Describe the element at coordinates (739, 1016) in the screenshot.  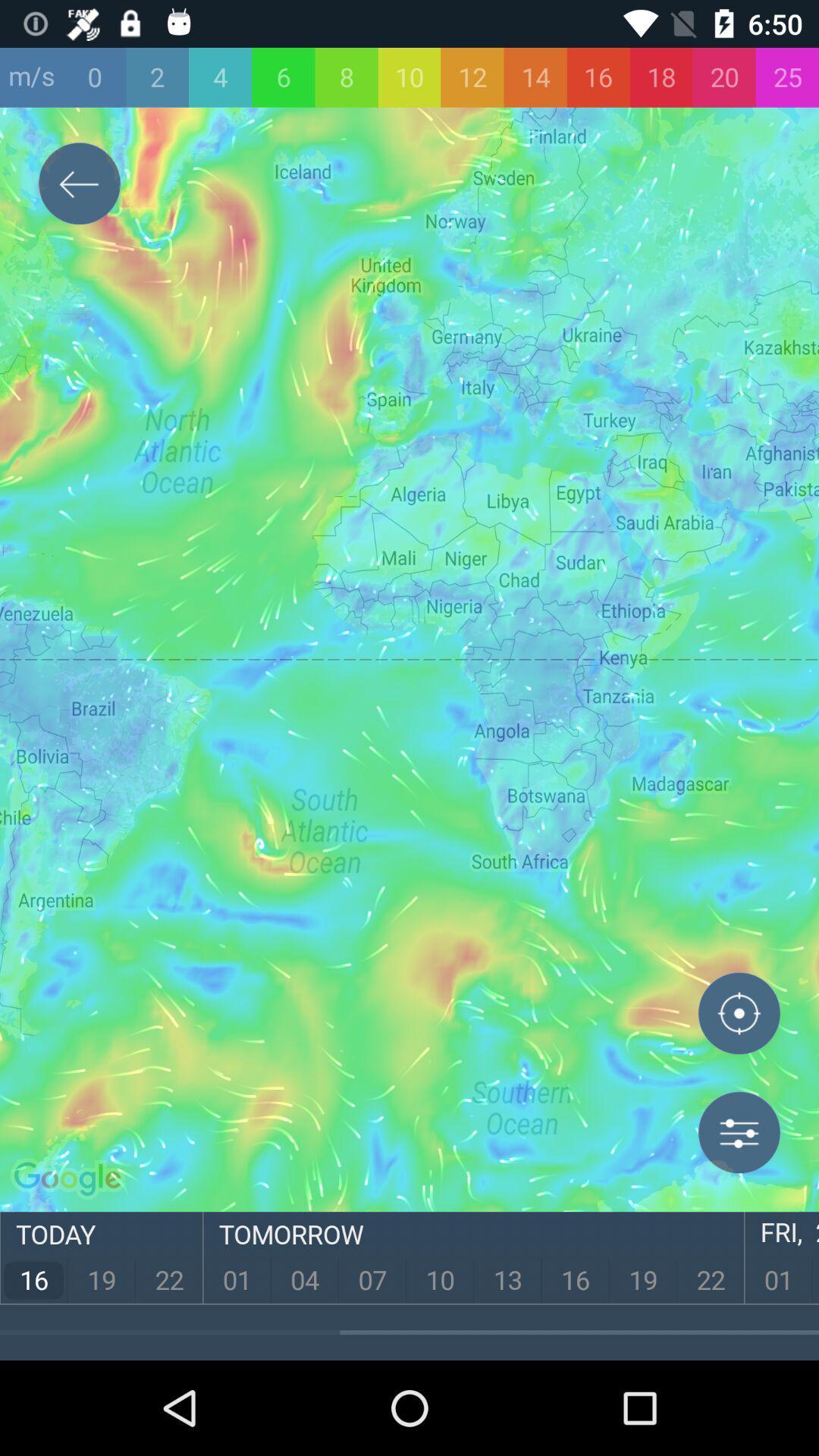
I see `zoom` at that location.